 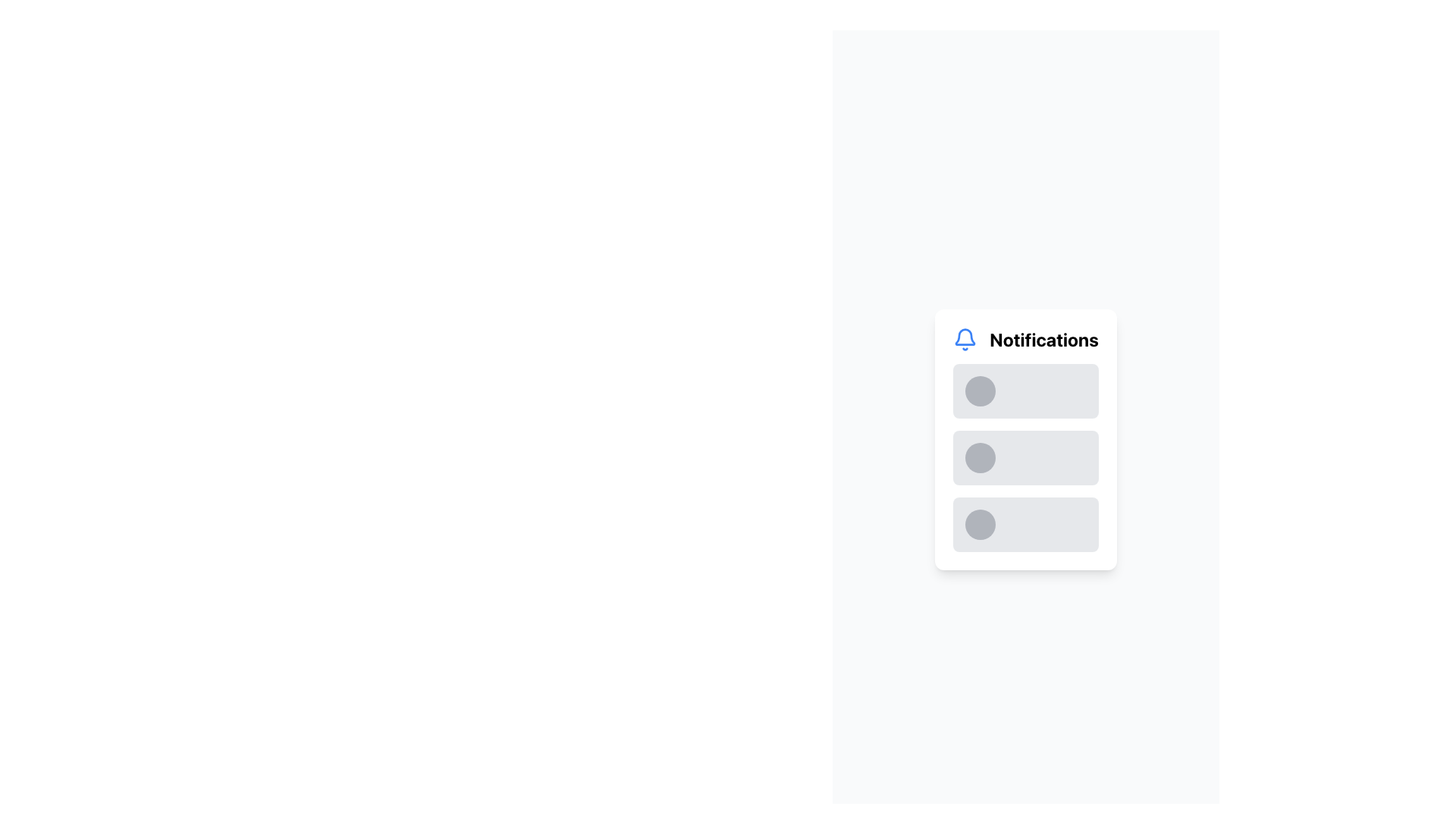 I want to click on the placeholder bar located at the bottom of the third notification card in the notification panel, which is centrally aligned horizontally within the card, so click(x=1046, y=523).